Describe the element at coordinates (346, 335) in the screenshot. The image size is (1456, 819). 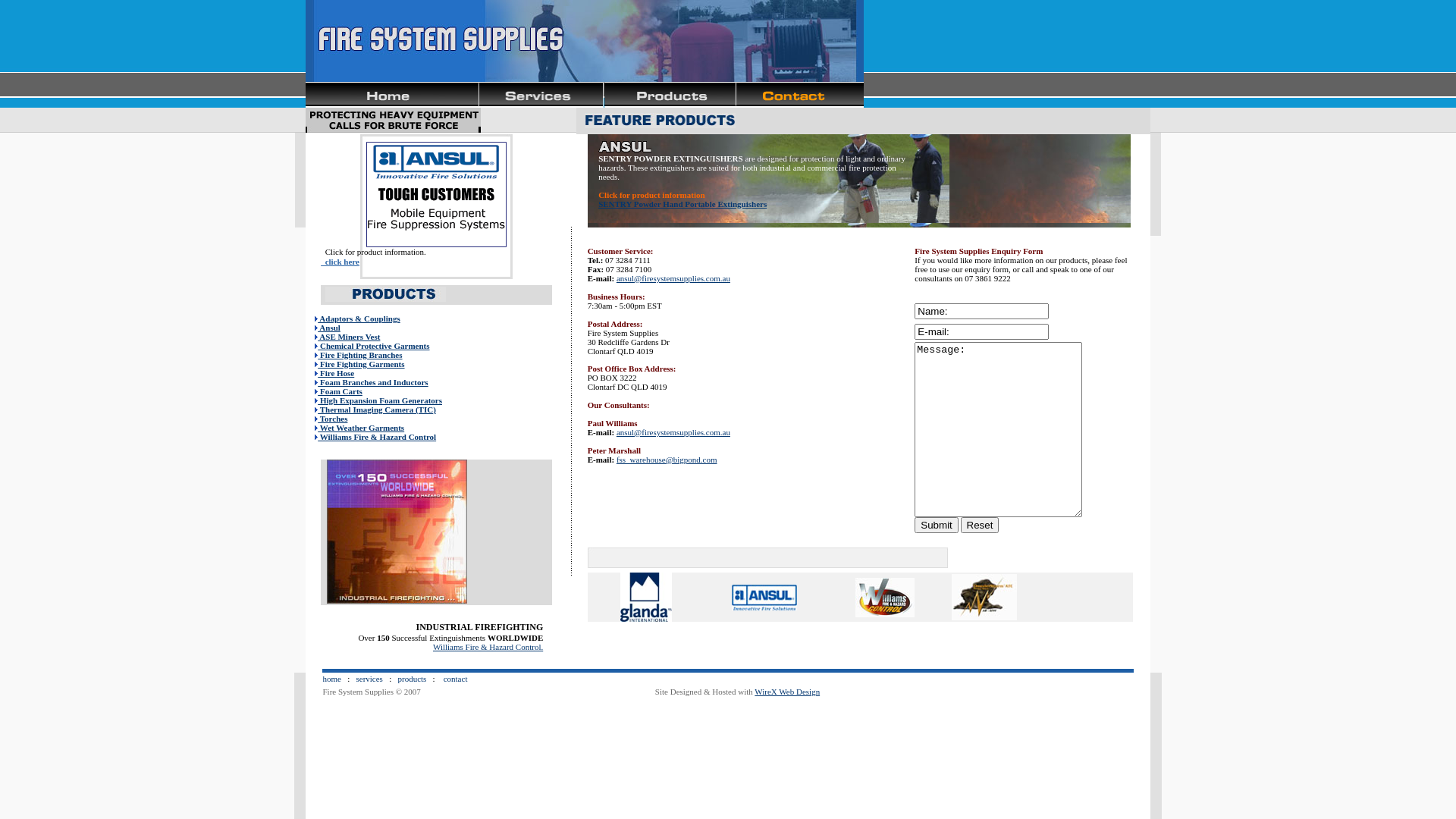
I see `' ASE Miners Vest'` at that location.